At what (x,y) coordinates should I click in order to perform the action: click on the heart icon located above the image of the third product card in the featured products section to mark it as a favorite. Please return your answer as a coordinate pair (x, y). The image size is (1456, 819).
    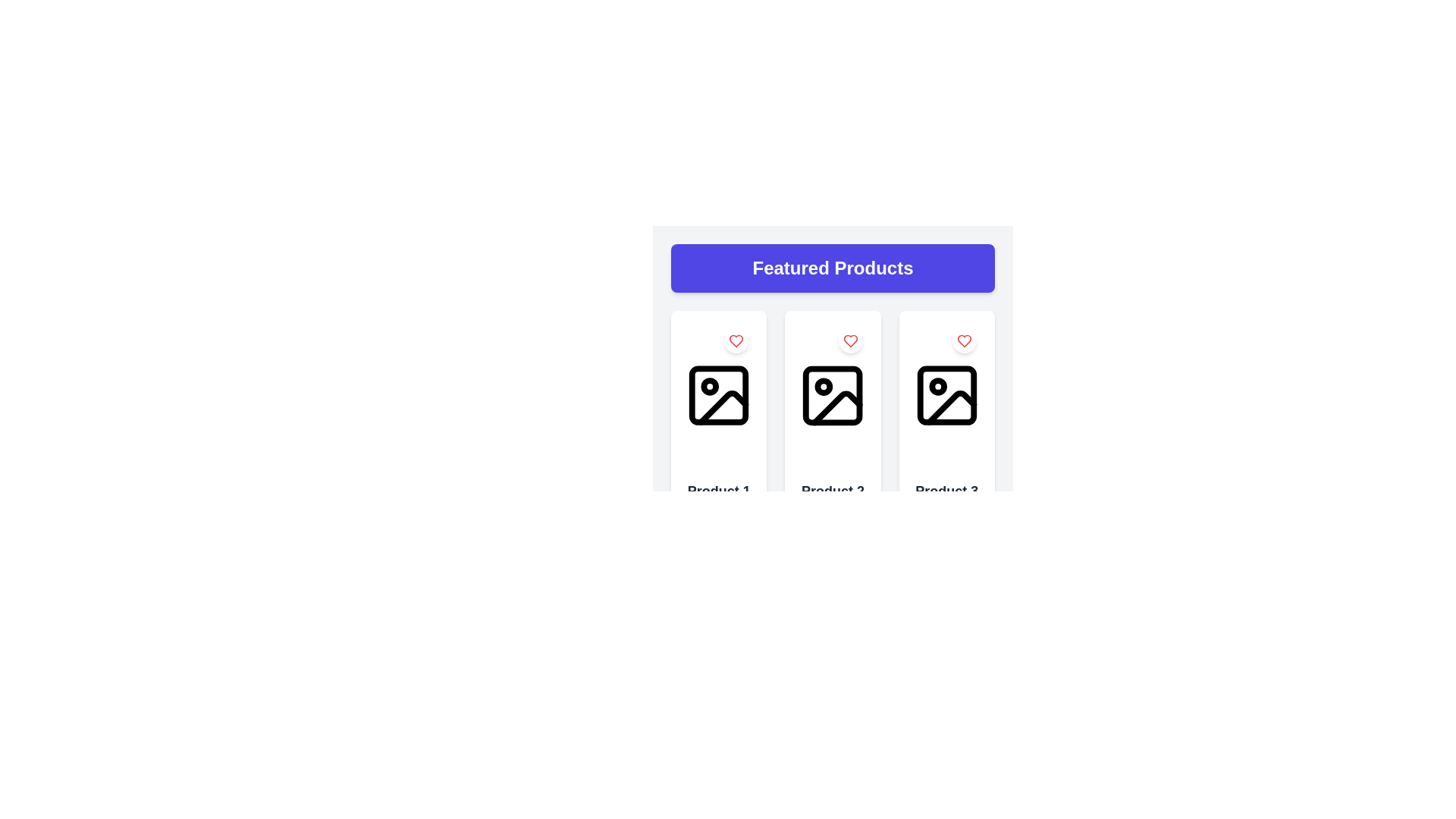
    Looking at the image, I should click on (964, 341).